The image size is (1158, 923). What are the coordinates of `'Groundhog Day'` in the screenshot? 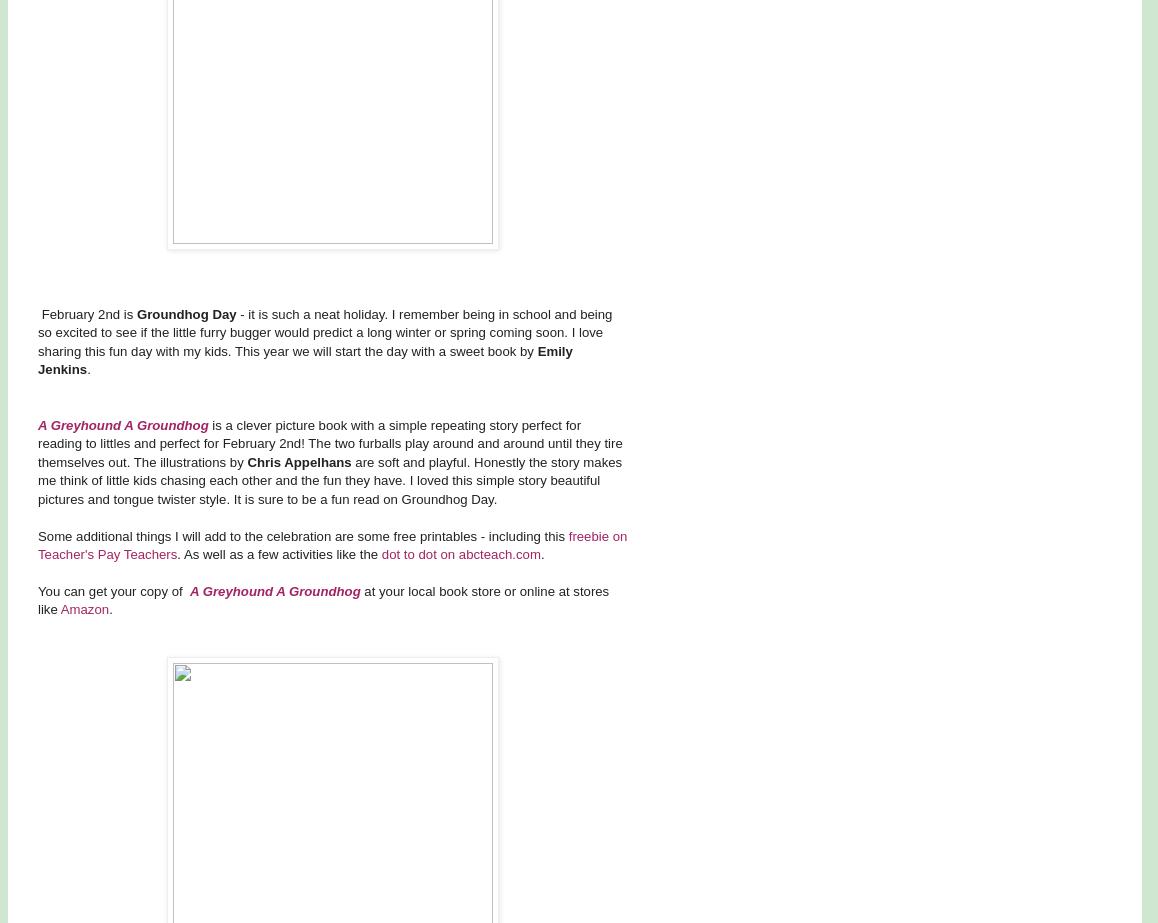 It's located at (185, 313).